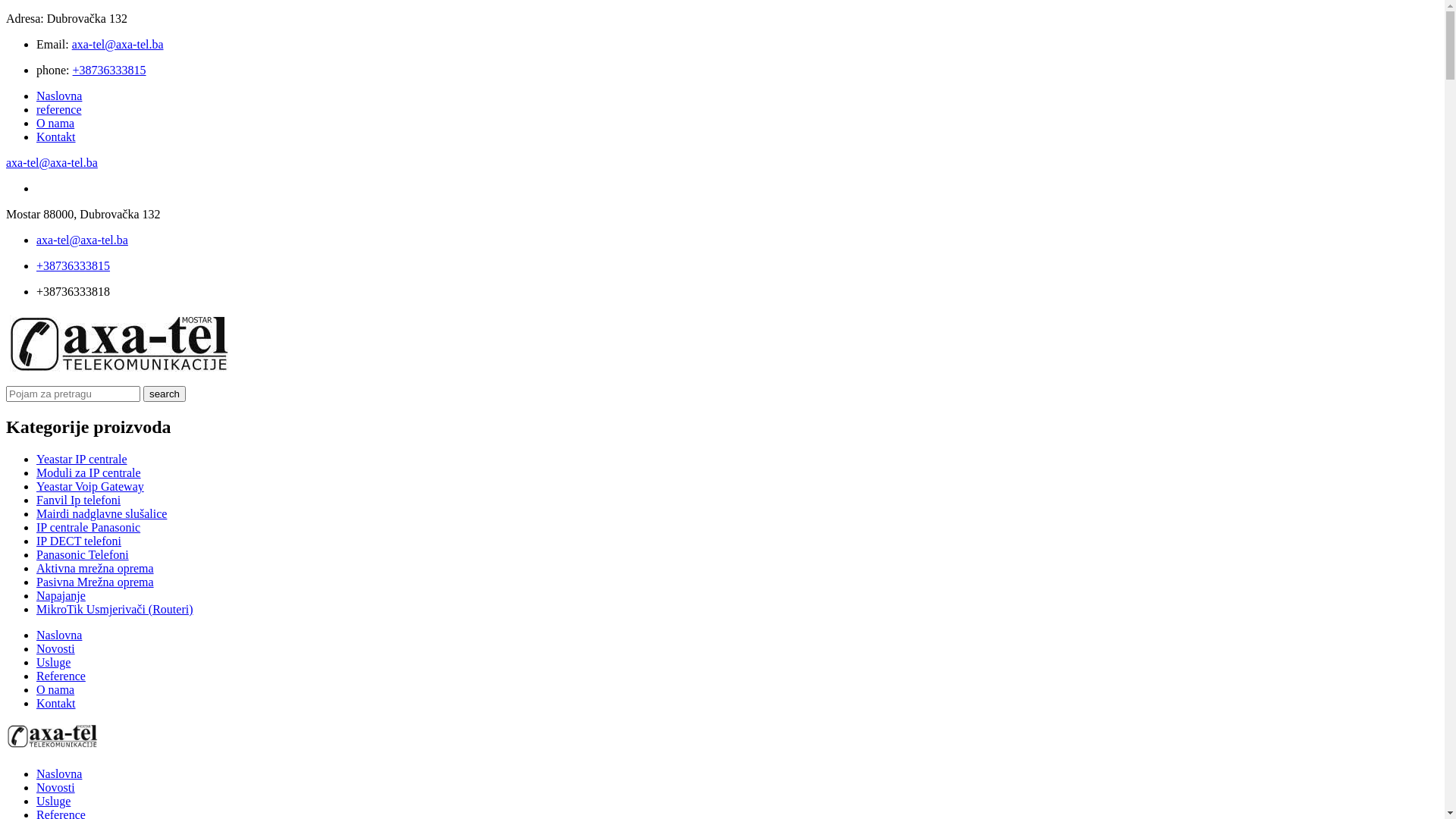 Image resolution: width=1456 pixels, height=819 pixels. What do you see at coordinates (36, 675) in the screenshot?
I see `'Reference'` at bounding box center [36, 675].